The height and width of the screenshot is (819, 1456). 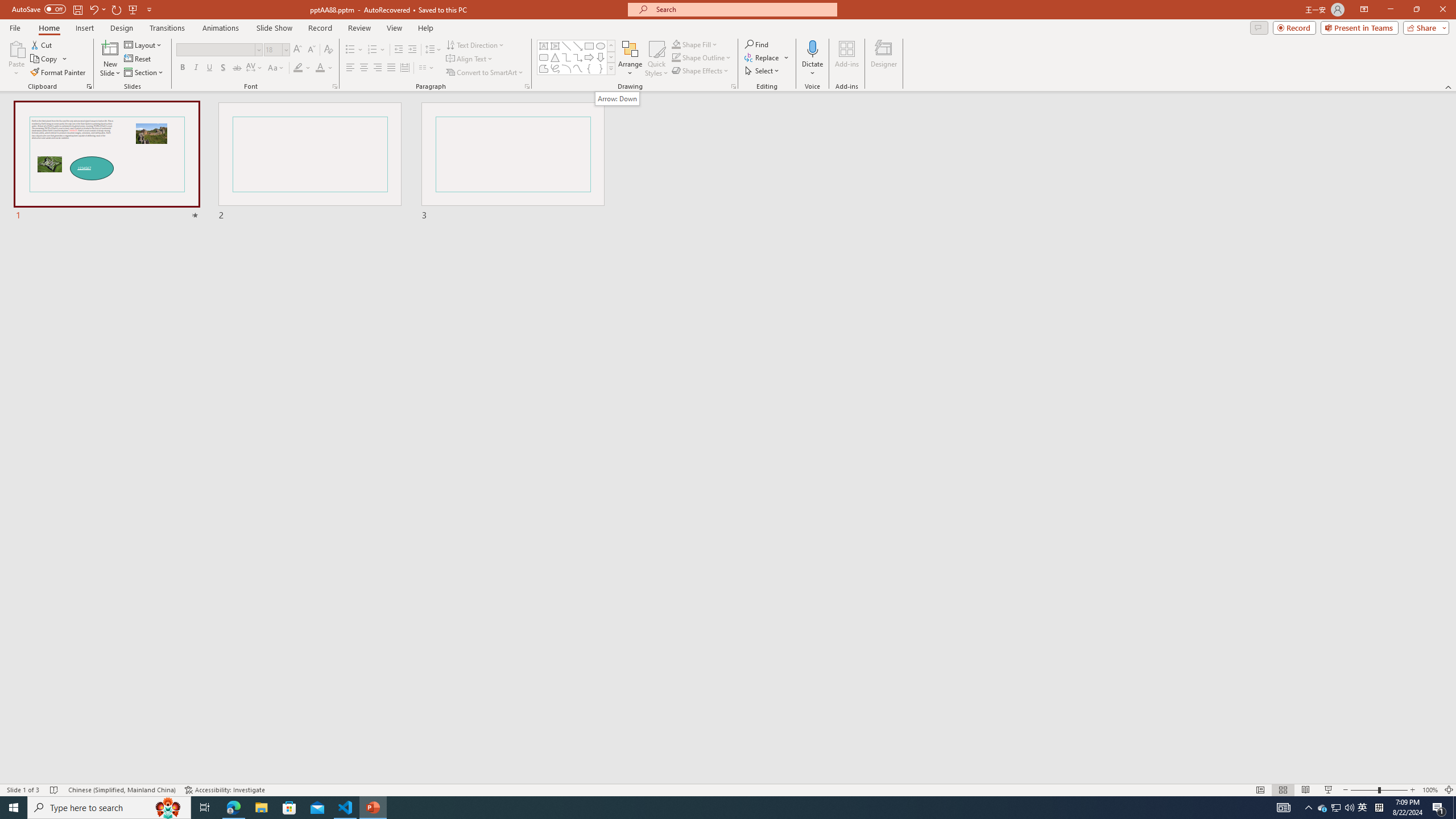 I want to click on 'Decrease Font Size', so click(x=311, y=49).